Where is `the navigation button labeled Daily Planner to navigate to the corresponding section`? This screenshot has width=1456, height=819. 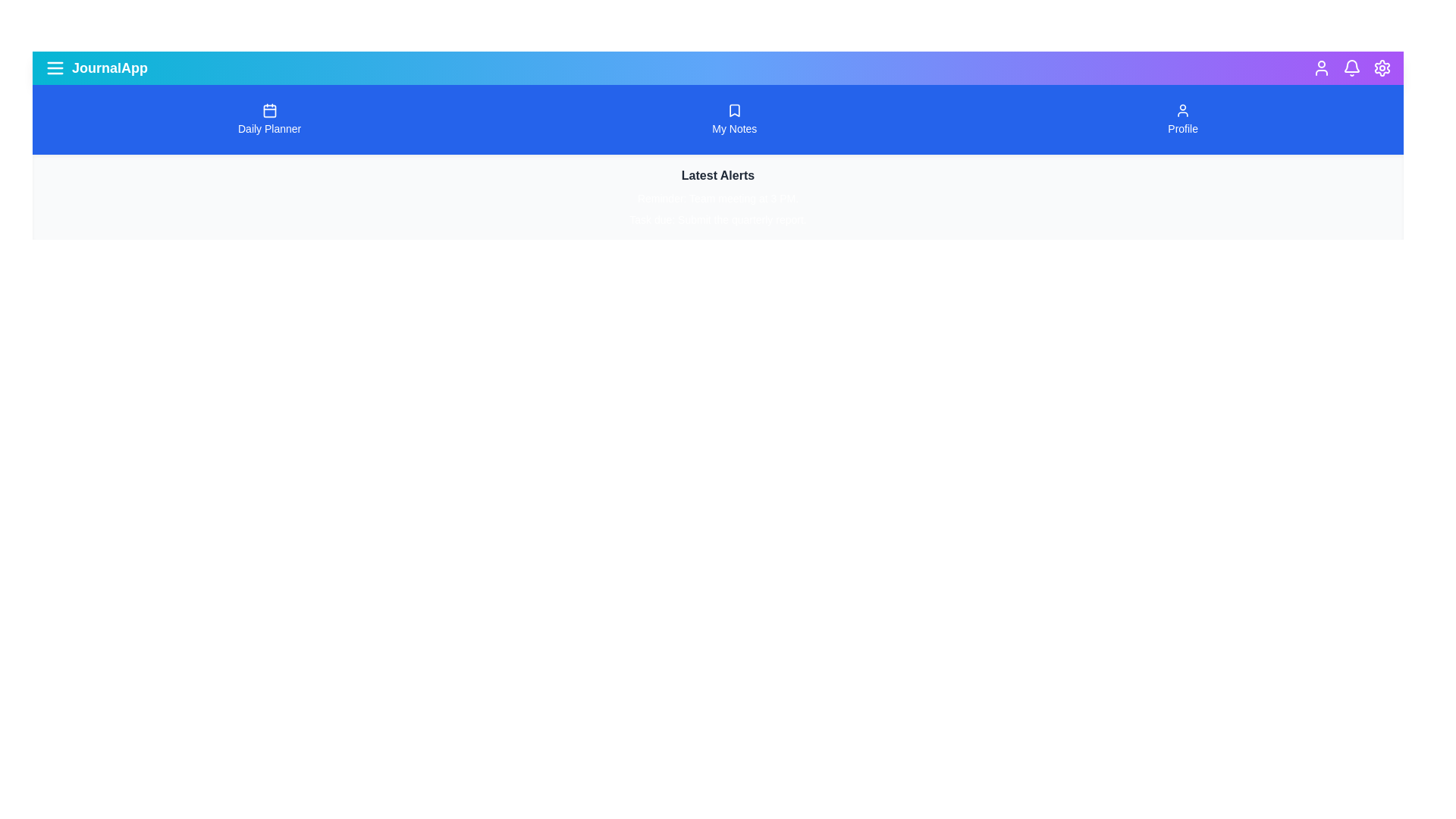
the navigation button labeled Daily Planner to navigate to the corresponding section is located at coordinates (269, 119).